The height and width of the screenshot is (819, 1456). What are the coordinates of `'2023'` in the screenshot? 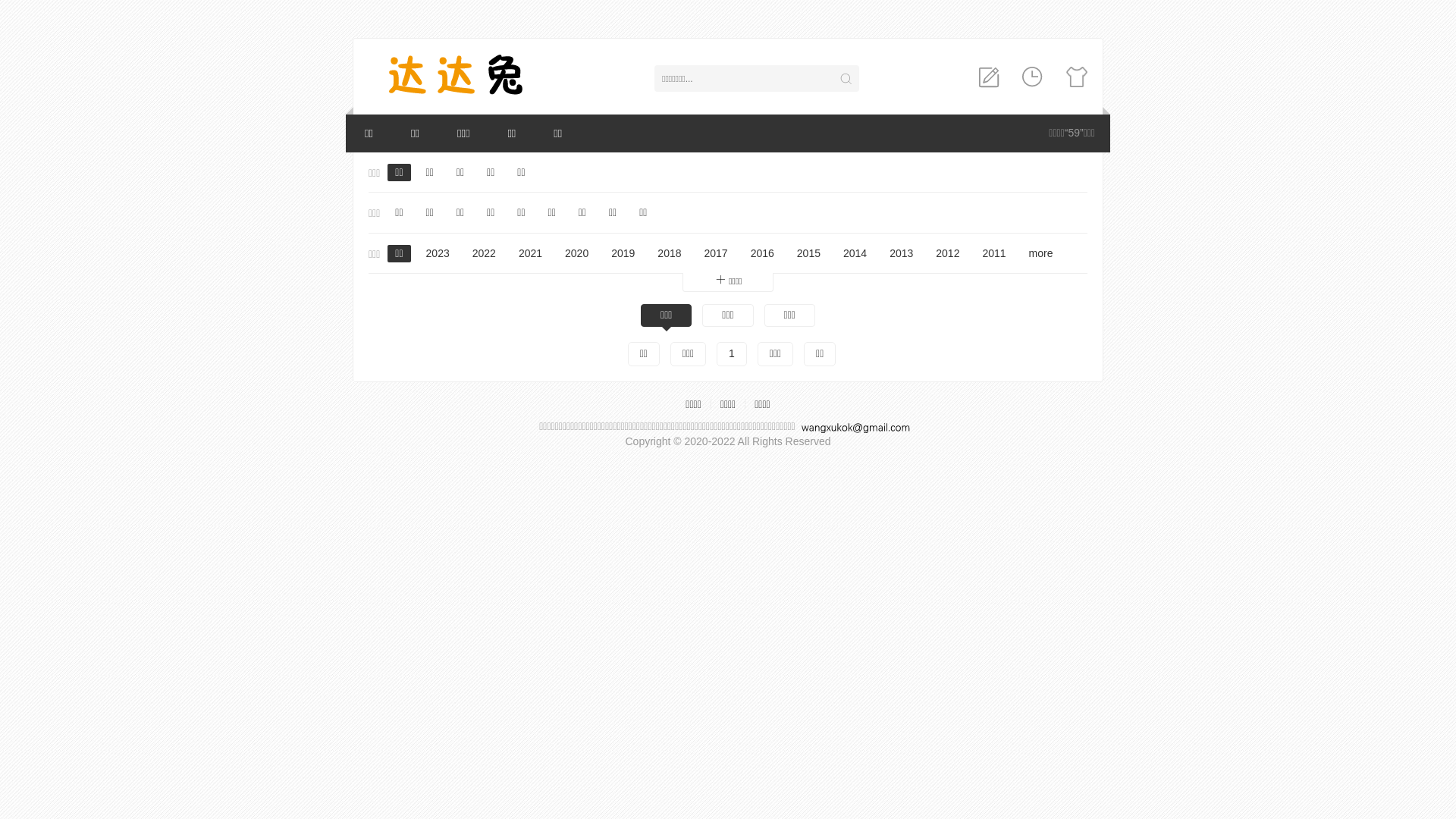 It's located at (437, 253).